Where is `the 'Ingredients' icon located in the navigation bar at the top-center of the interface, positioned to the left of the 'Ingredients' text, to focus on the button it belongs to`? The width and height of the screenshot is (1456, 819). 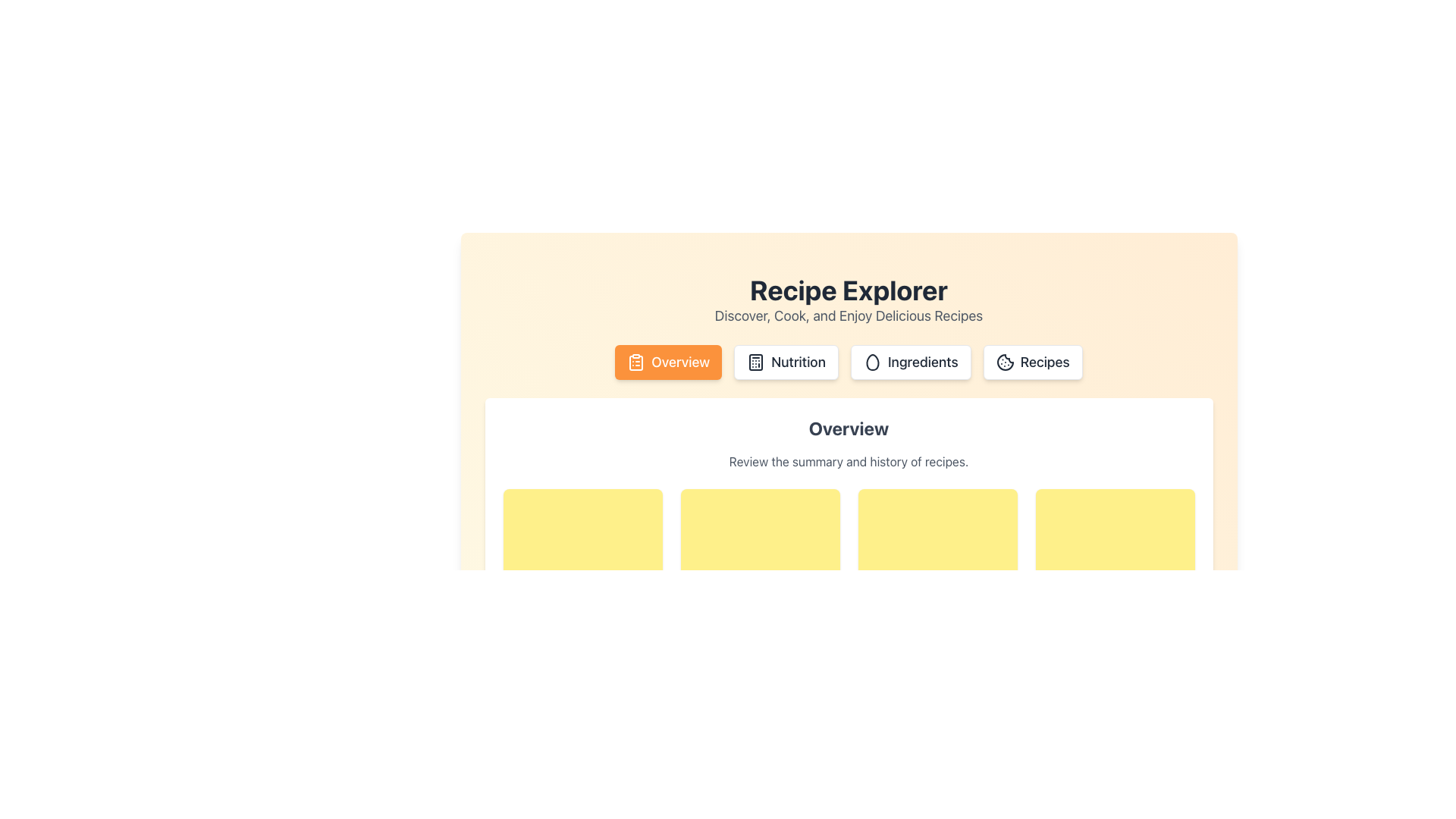
the 'Ingredients' icon located in the navigation bar at the top-center of the interface, positioned to the left of the 'Ingredients' text, to focus on the button it belongs to is located at coordinates (873, 362).